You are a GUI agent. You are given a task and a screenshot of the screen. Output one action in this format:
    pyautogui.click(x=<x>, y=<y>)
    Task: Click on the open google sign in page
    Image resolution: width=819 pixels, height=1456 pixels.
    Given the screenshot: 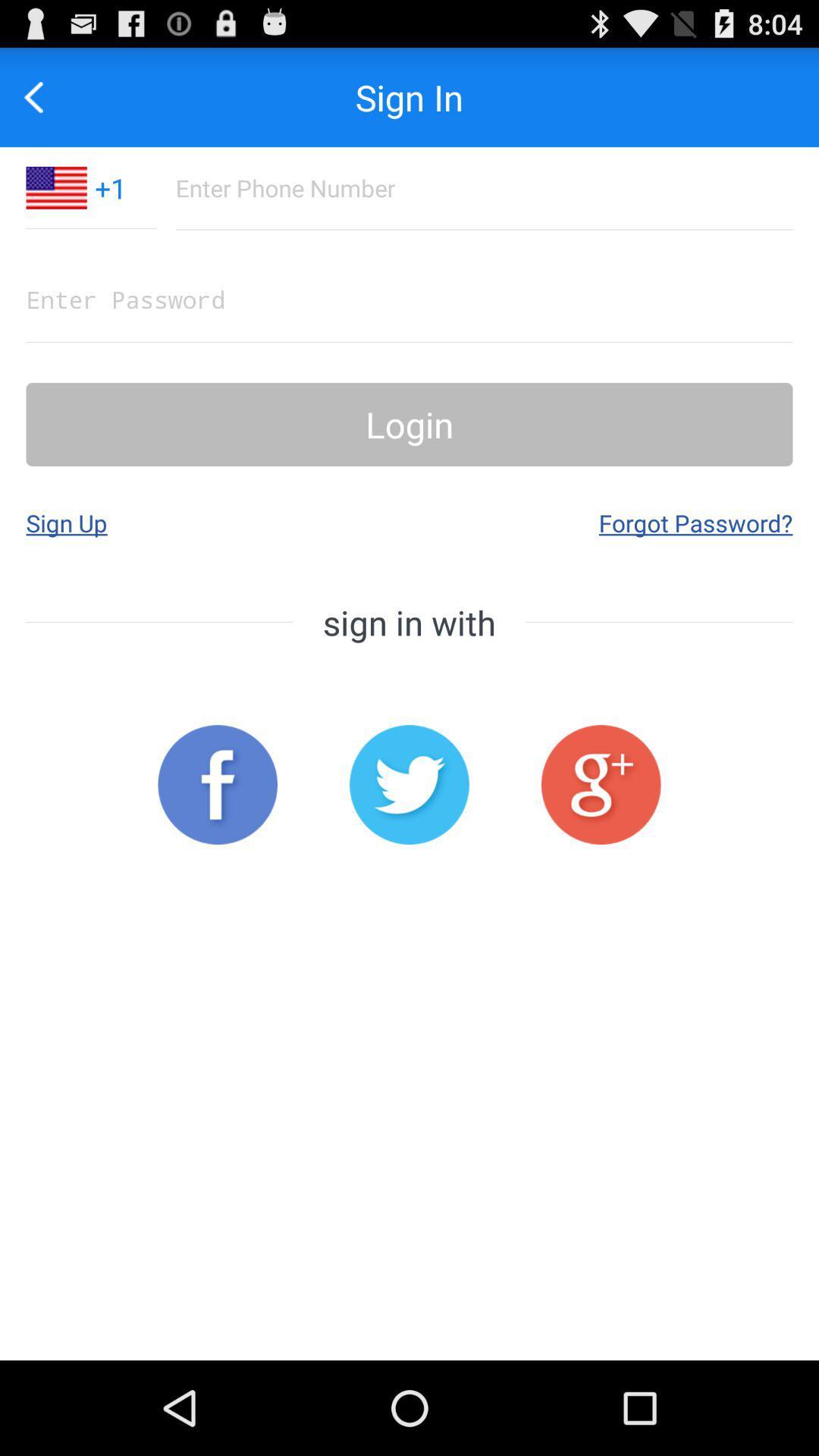 What is the action you would take?
    pyautogui.click(x=600, y=785)
    